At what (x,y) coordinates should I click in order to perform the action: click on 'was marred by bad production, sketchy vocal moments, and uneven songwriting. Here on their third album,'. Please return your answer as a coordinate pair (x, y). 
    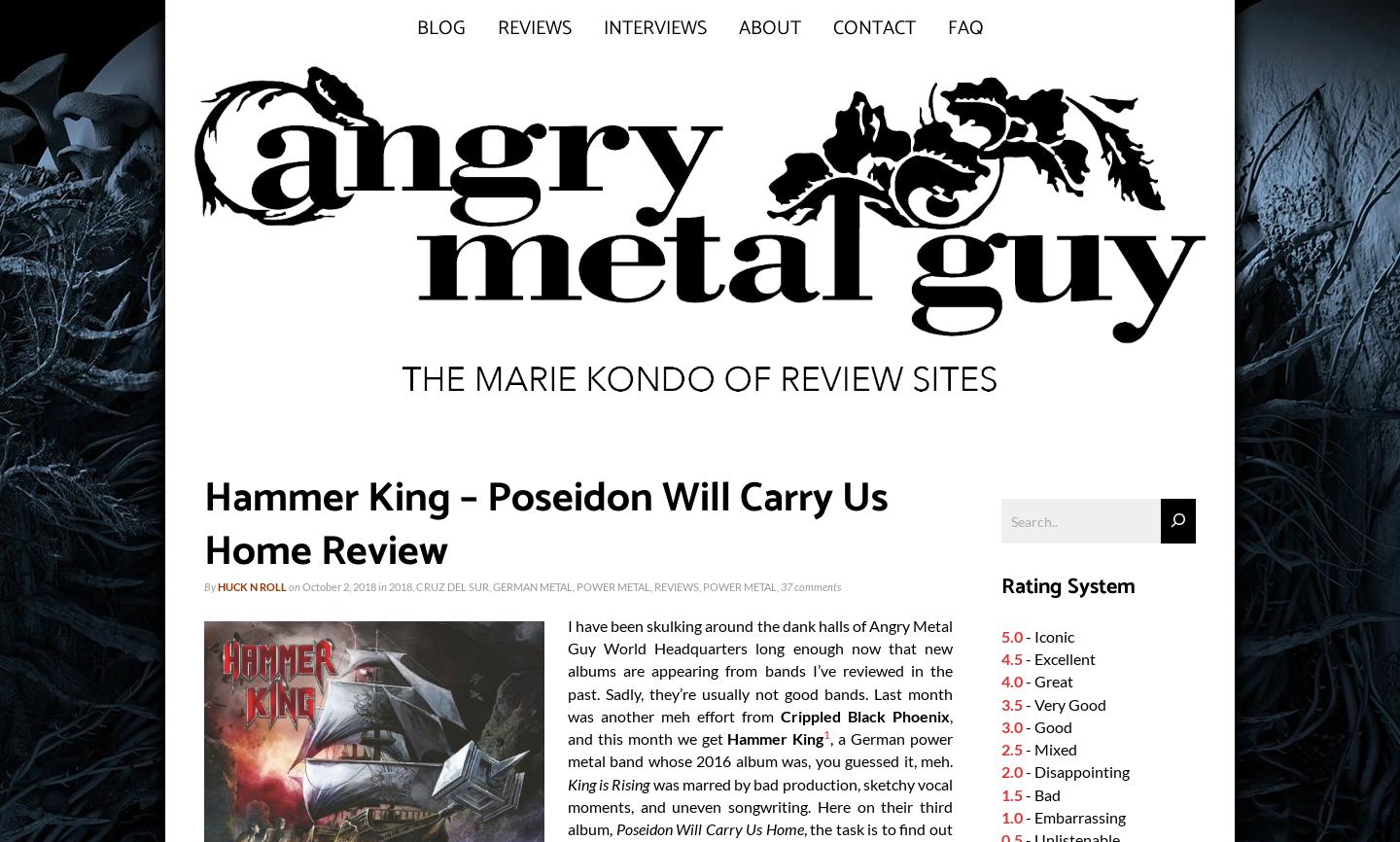
    Looking at the image, I should click on (760, 805).